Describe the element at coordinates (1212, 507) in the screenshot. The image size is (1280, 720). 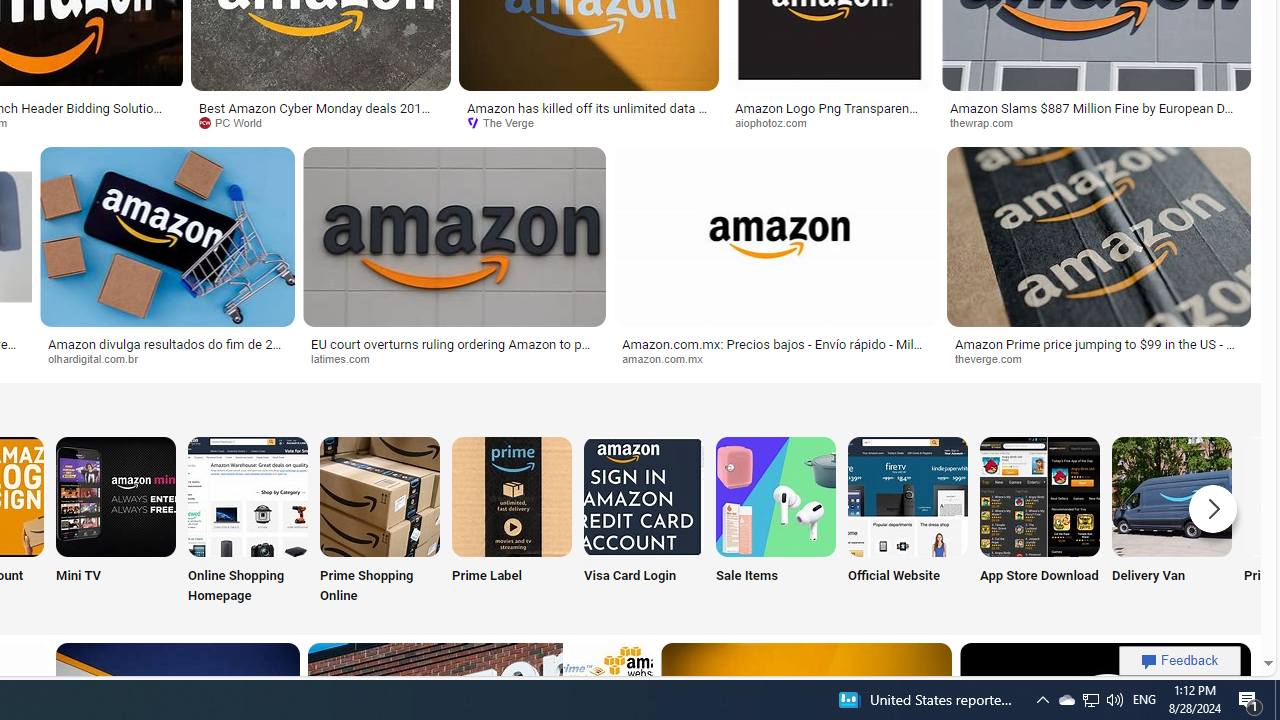
I see `'Scroll more suggestions right'` at that location.